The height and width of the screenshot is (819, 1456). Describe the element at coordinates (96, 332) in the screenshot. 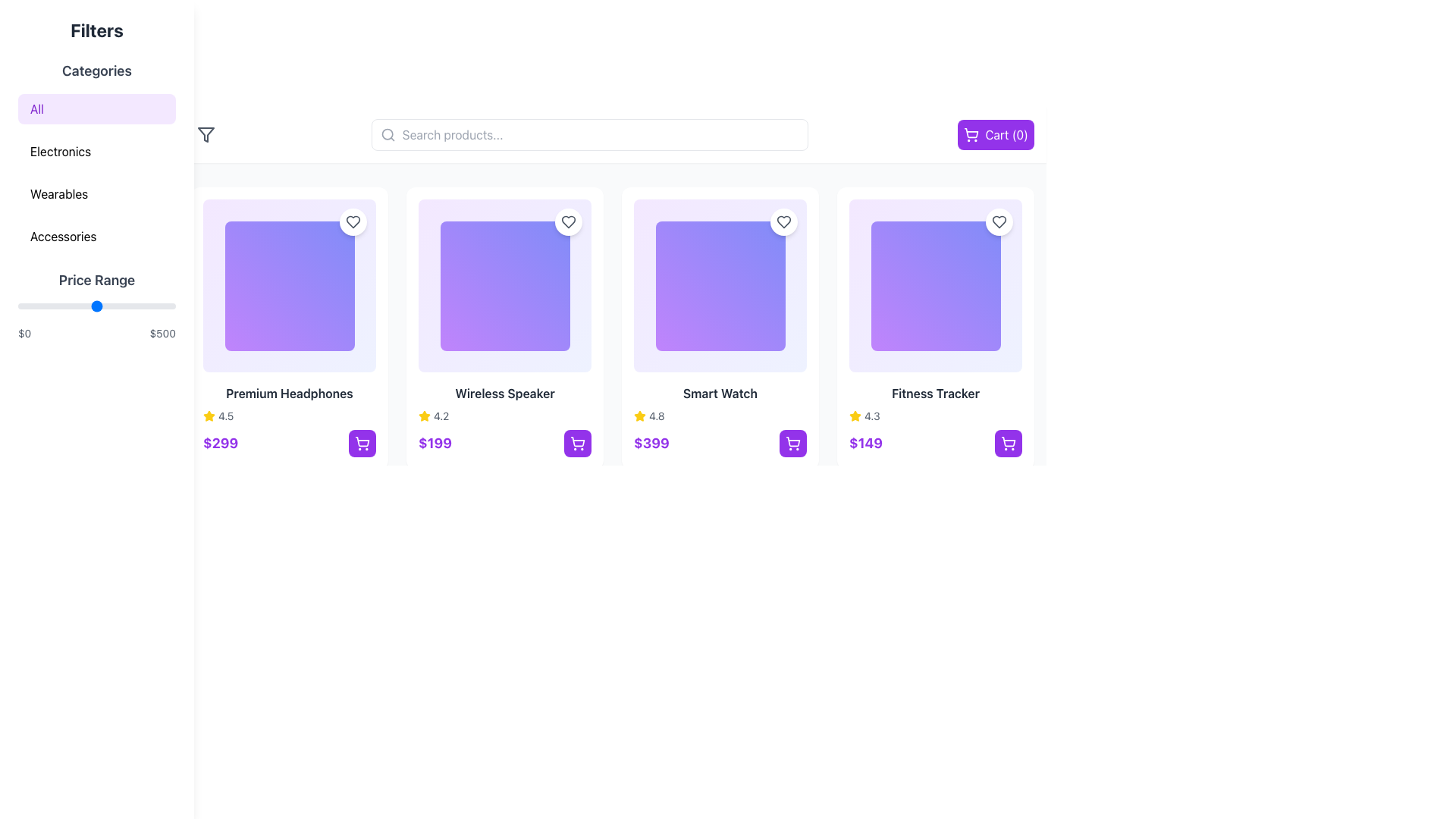

I see `text label displaying the minimum and maximum price range values '$0' and '$500' located in the 'Price Range' filter section, positioned below the title 'Price Range' and the horizontal slider` at that location.